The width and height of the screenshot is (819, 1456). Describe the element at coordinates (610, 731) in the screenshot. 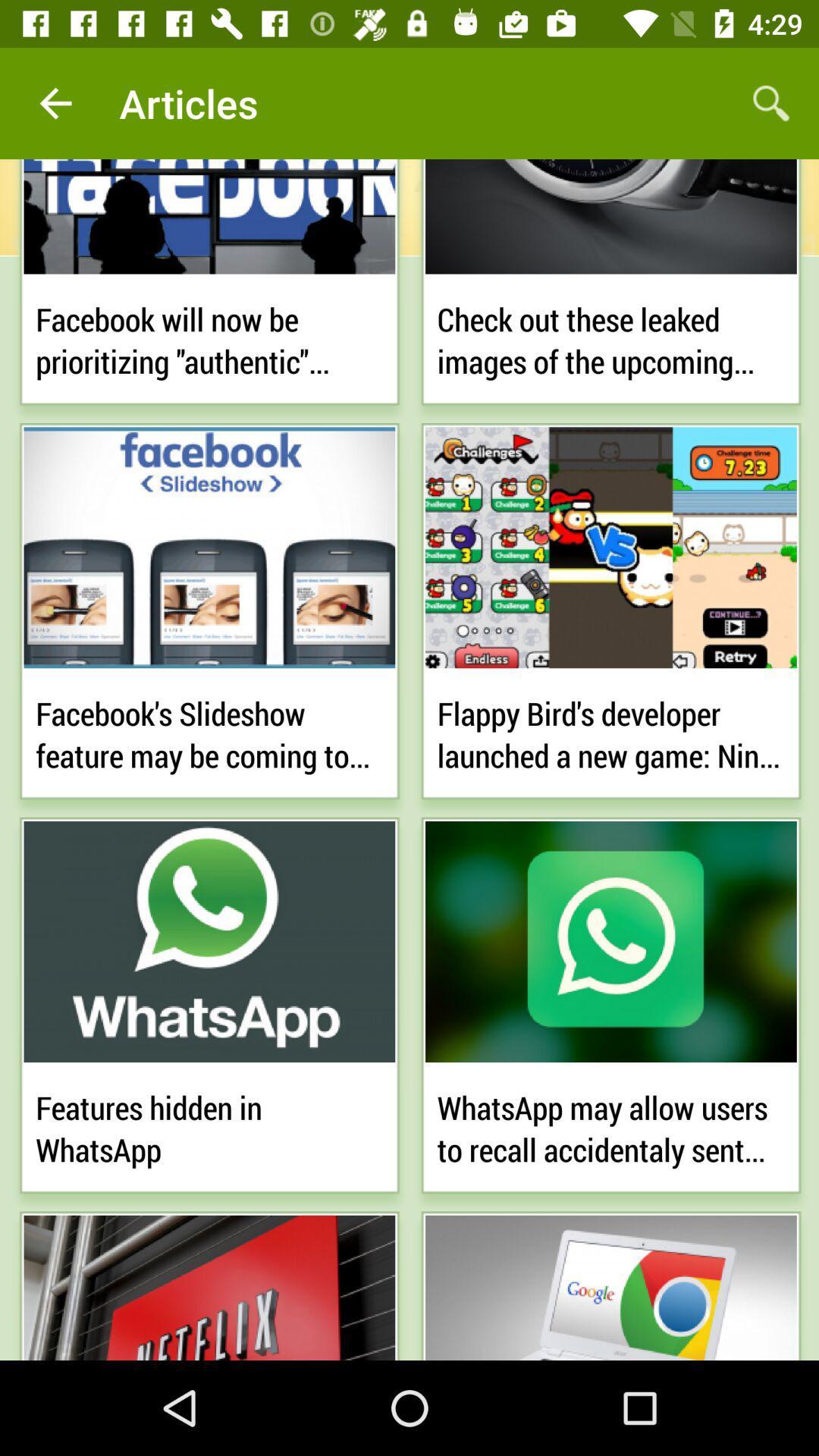

I see `the flappy bird s item` at that location.